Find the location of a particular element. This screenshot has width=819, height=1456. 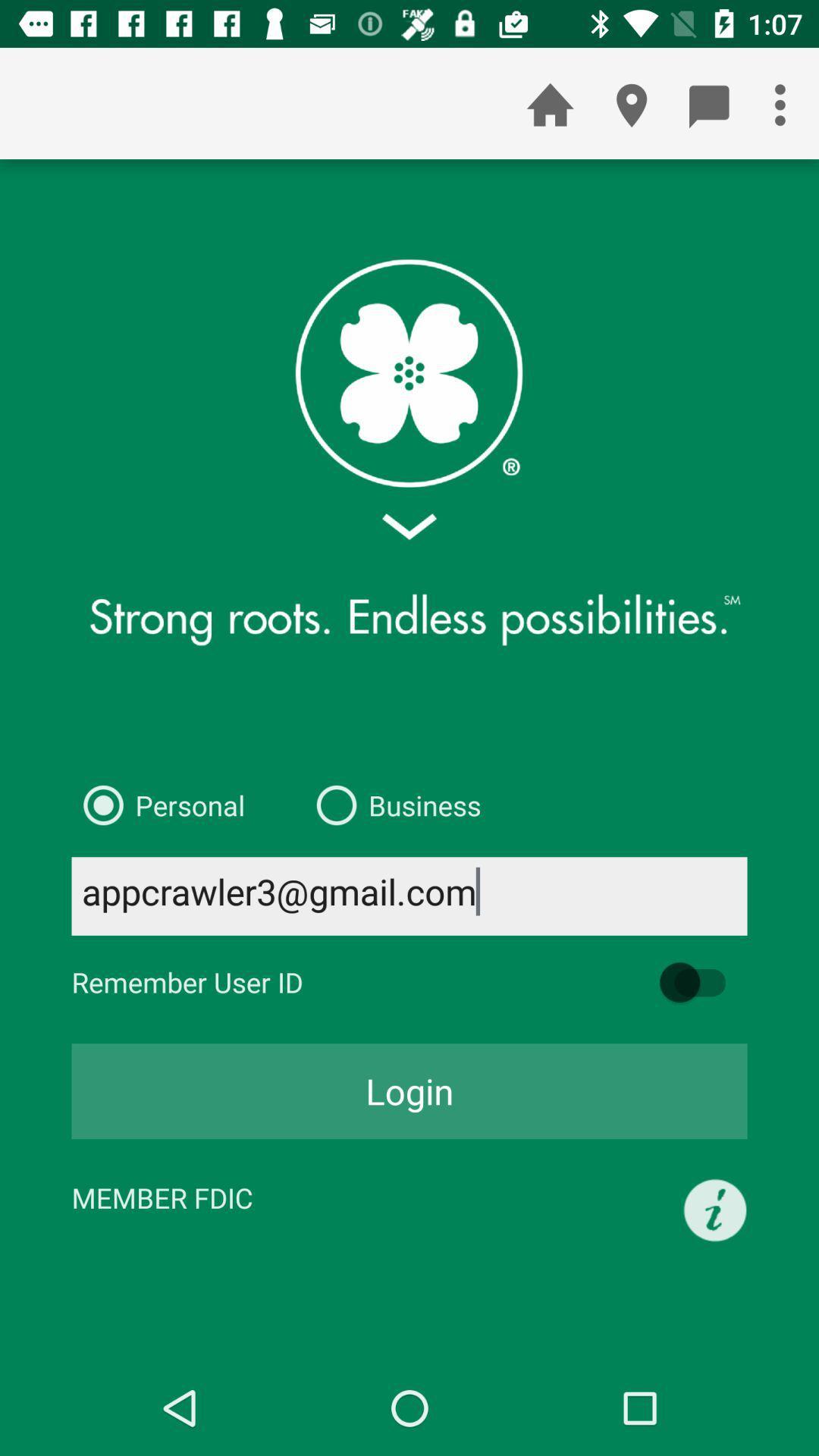

remember id is located at coordinates (700, 982).